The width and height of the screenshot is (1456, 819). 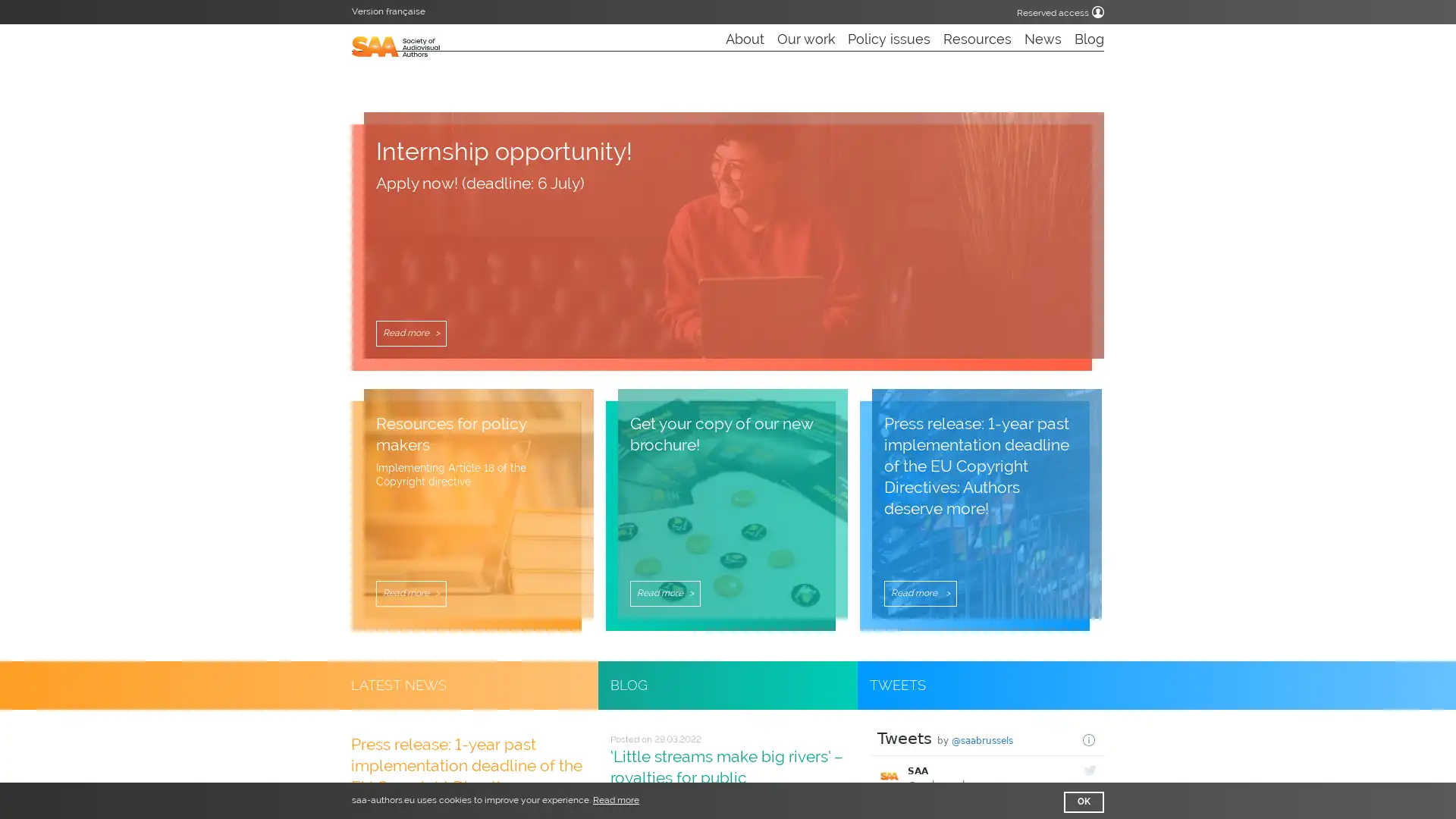 What do you see at coordinates (616, 798) in the screenshot?
I see `learn more about cookies` at bounding box center [616, 798].